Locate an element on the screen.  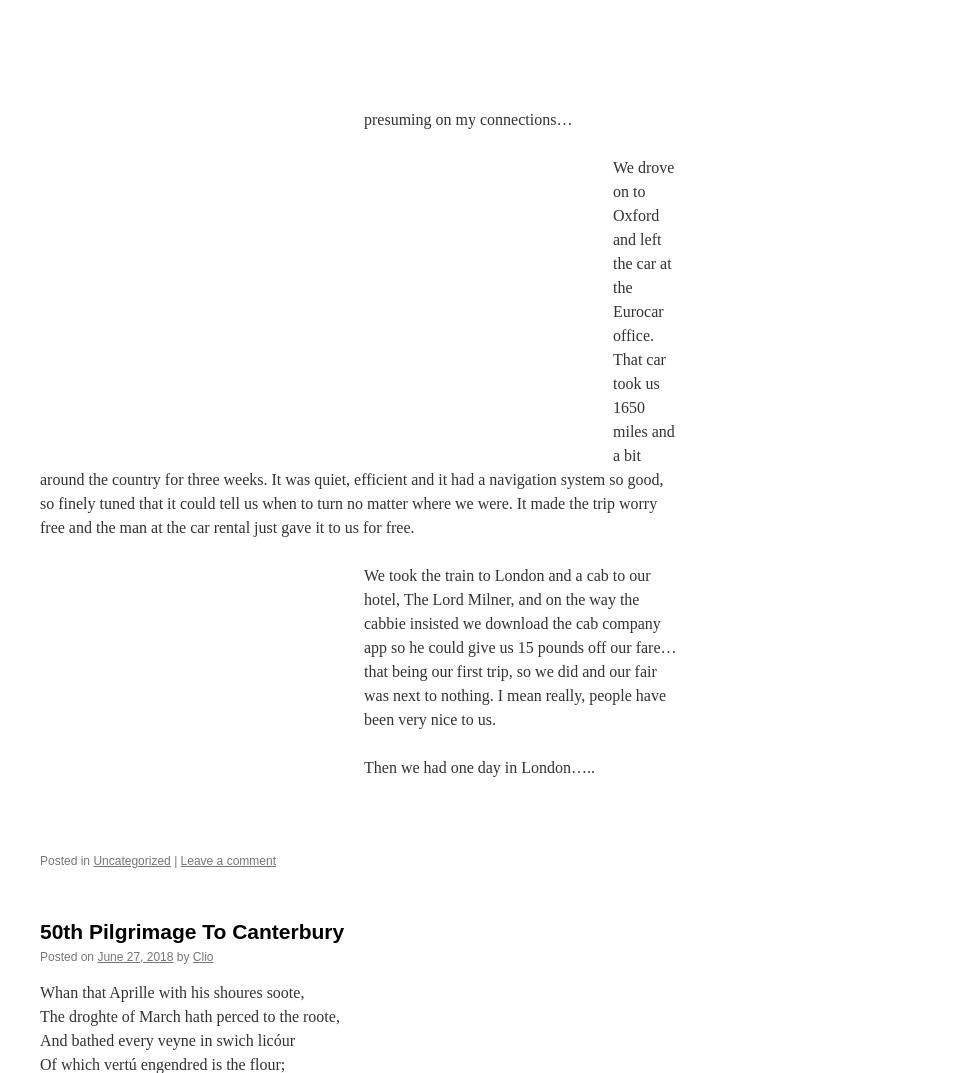
'Whan that Aprille with his shoures soote,' is located at coordinates (171, 990).